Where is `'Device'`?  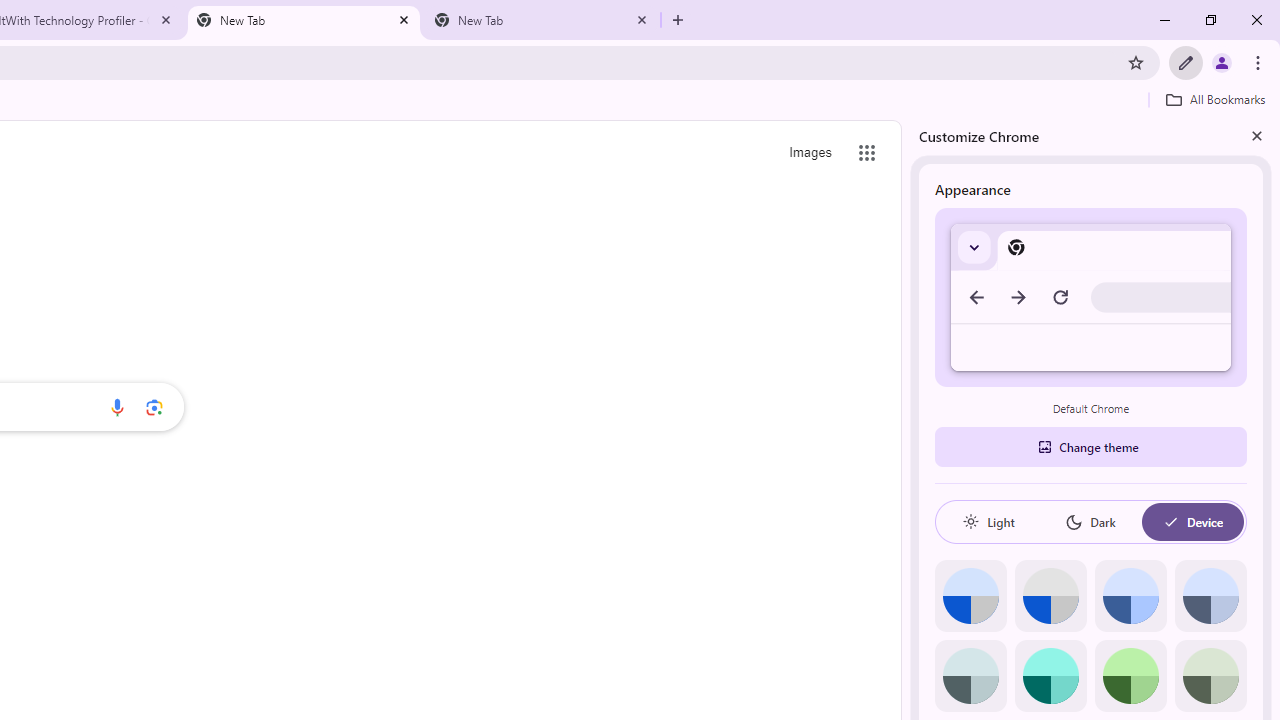 'Device' is located at coordinates (1192, 521).